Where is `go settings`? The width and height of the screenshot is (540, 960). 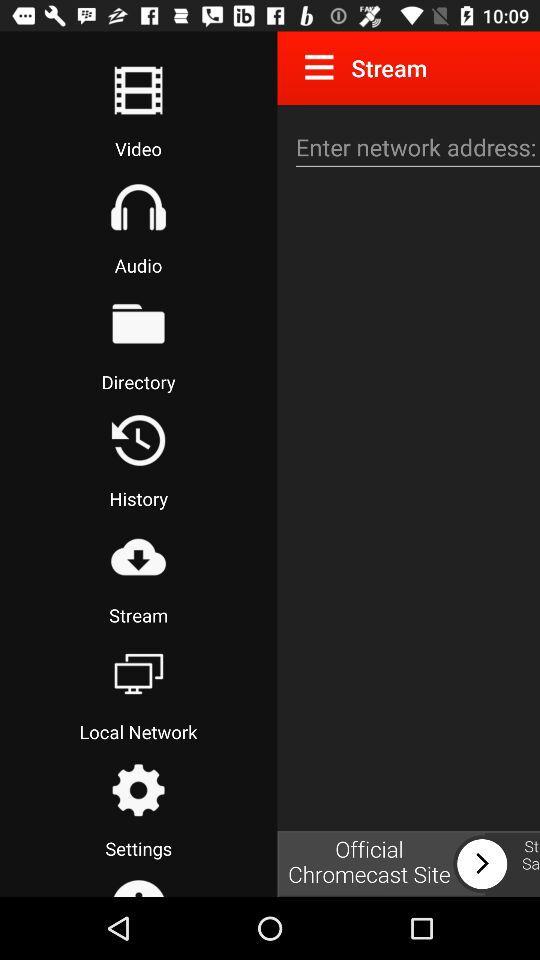 go settings is located at coordinates (137, 790).